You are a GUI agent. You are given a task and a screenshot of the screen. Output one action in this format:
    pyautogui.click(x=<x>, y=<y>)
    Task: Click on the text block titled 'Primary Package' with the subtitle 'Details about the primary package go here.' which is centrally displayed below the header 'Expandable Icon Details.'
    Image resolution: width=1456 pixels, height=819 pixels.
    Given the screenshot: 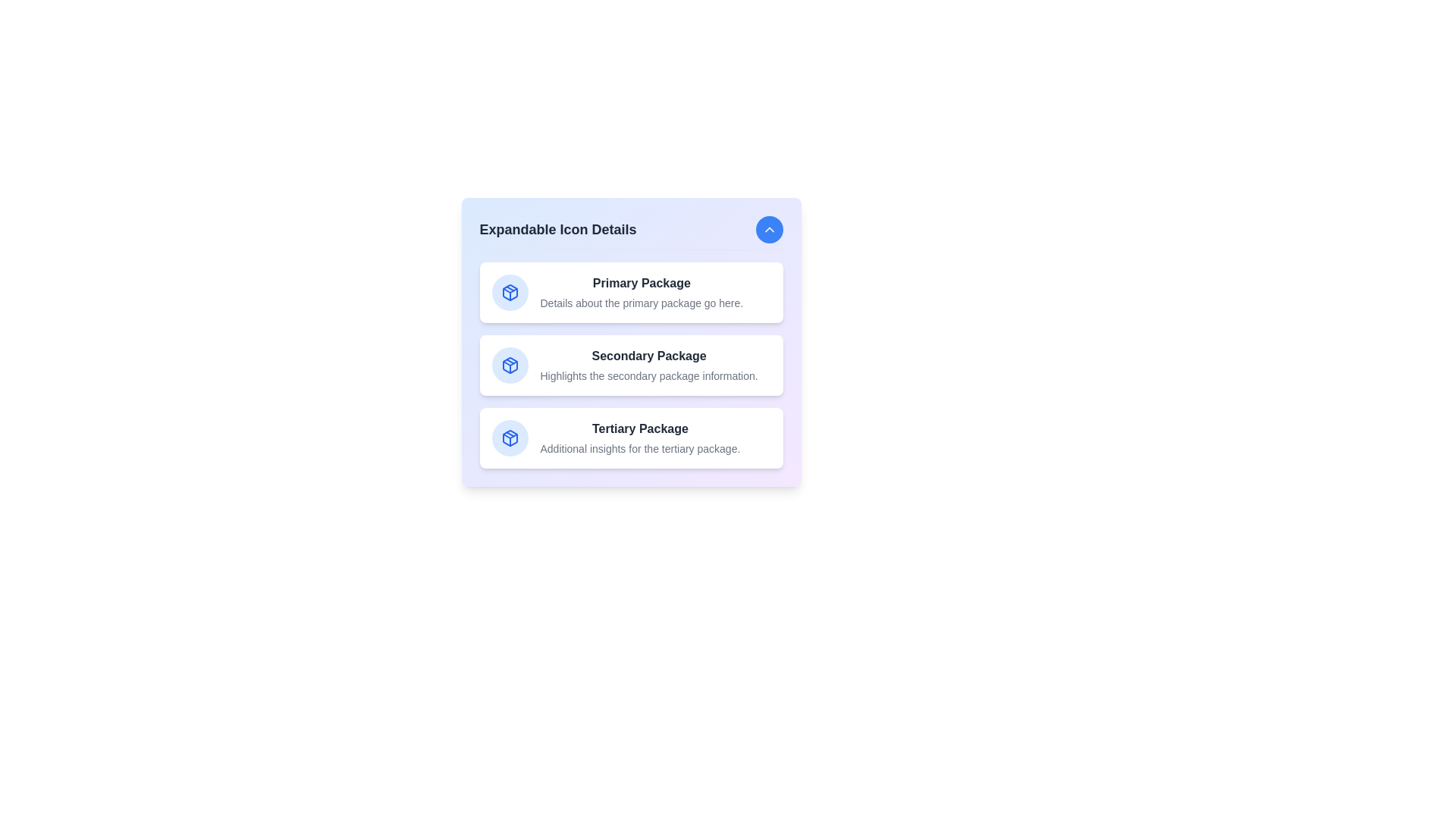 What is the action you would take?
    pyautogui.click(x=642, y=292)
    